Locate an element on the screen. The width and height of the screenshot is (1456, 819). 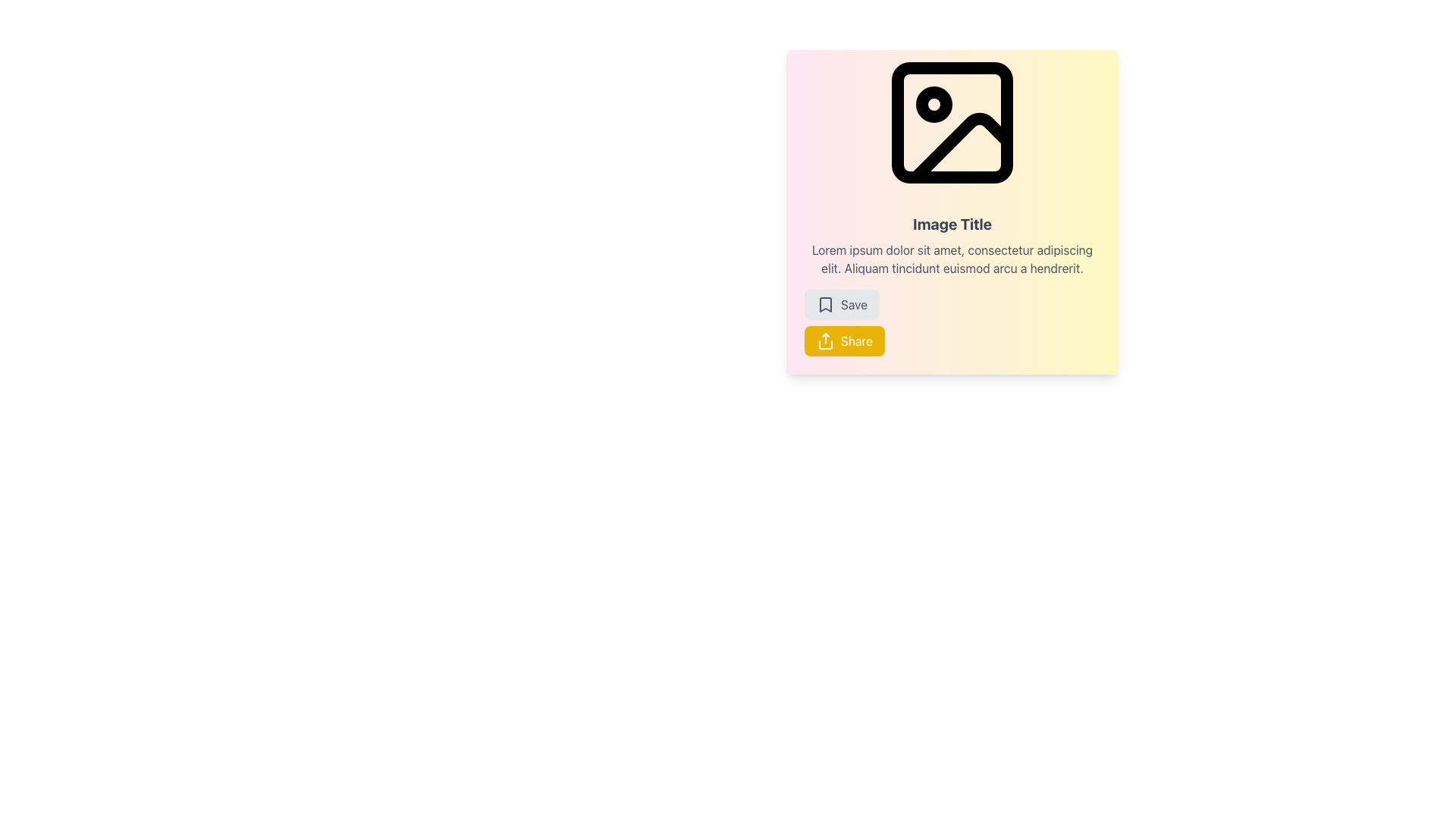
the 'Save' button located at the bottom-left side of the card interface, which includes a bookmark icon and is positioned above the 'Share' button is located at coordinates (854, 304).